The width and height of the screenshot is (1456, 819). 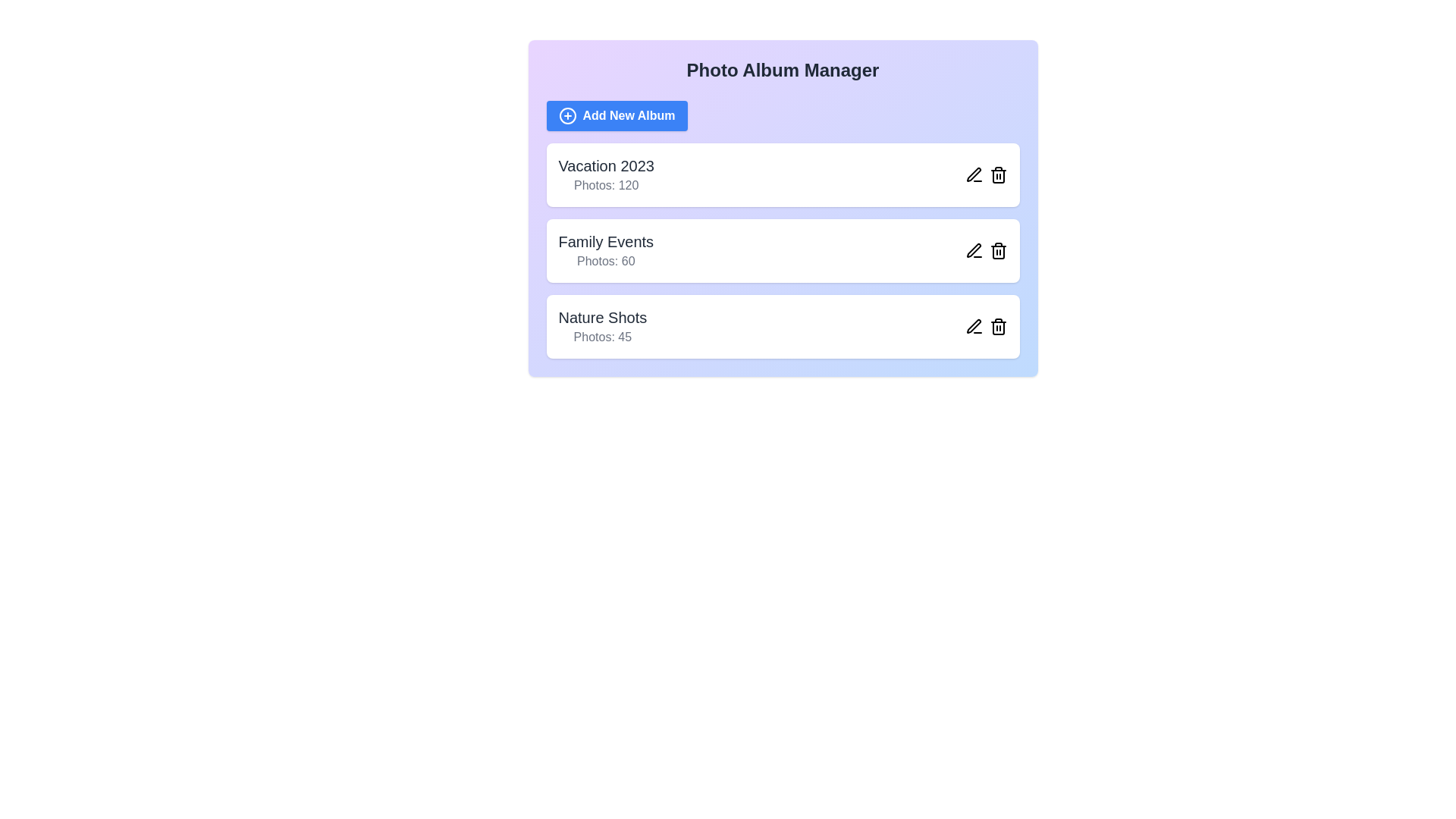 I want to click on the 'Add New Album' button, so click(x=617, y=115).